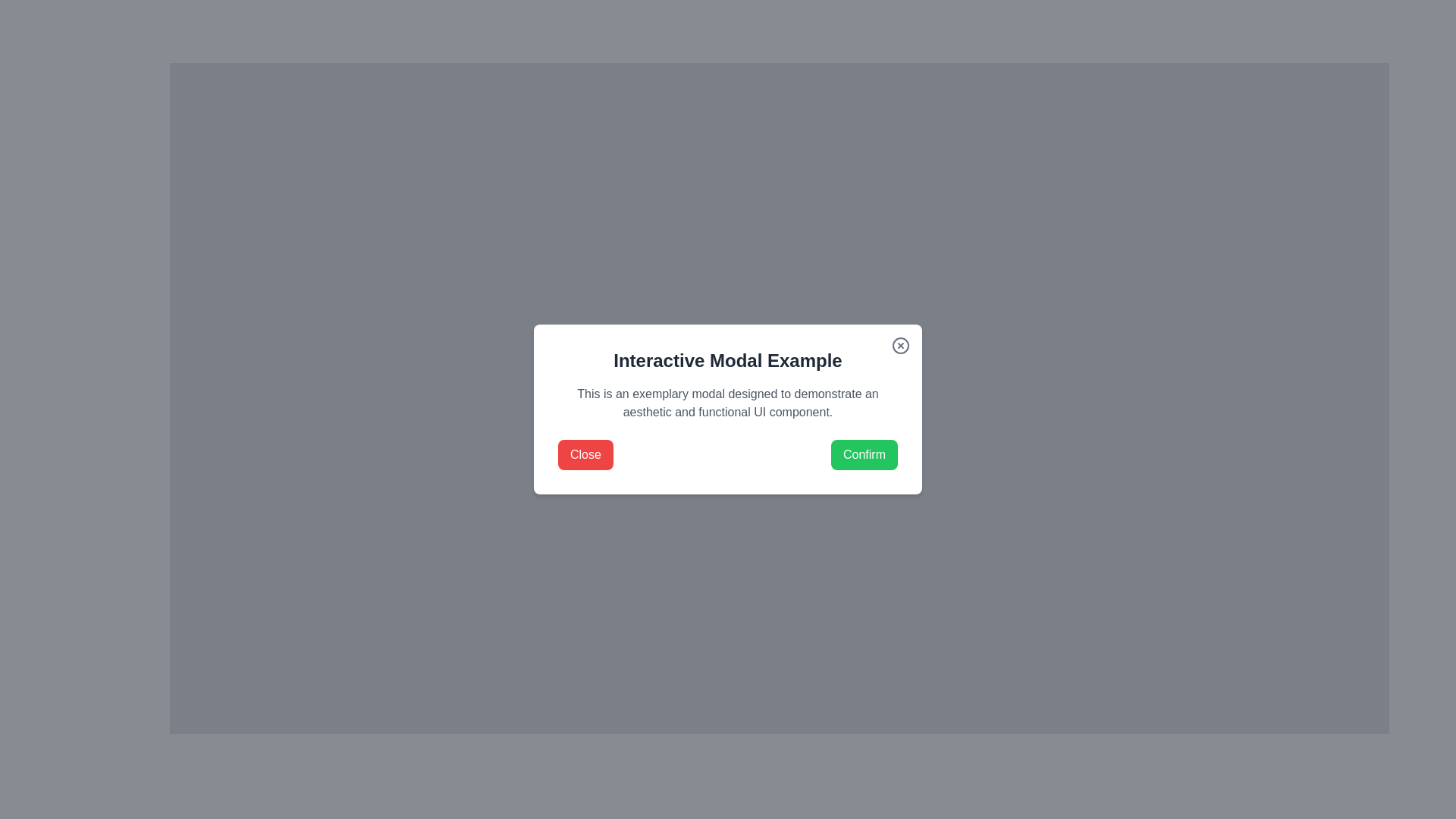  What do you see at coordinates (728, 360) in the screenshot?
I see `text header that displays 'Interactive Modal Example' to understand the context of the modal dialog` at bounding box center [728, 360].